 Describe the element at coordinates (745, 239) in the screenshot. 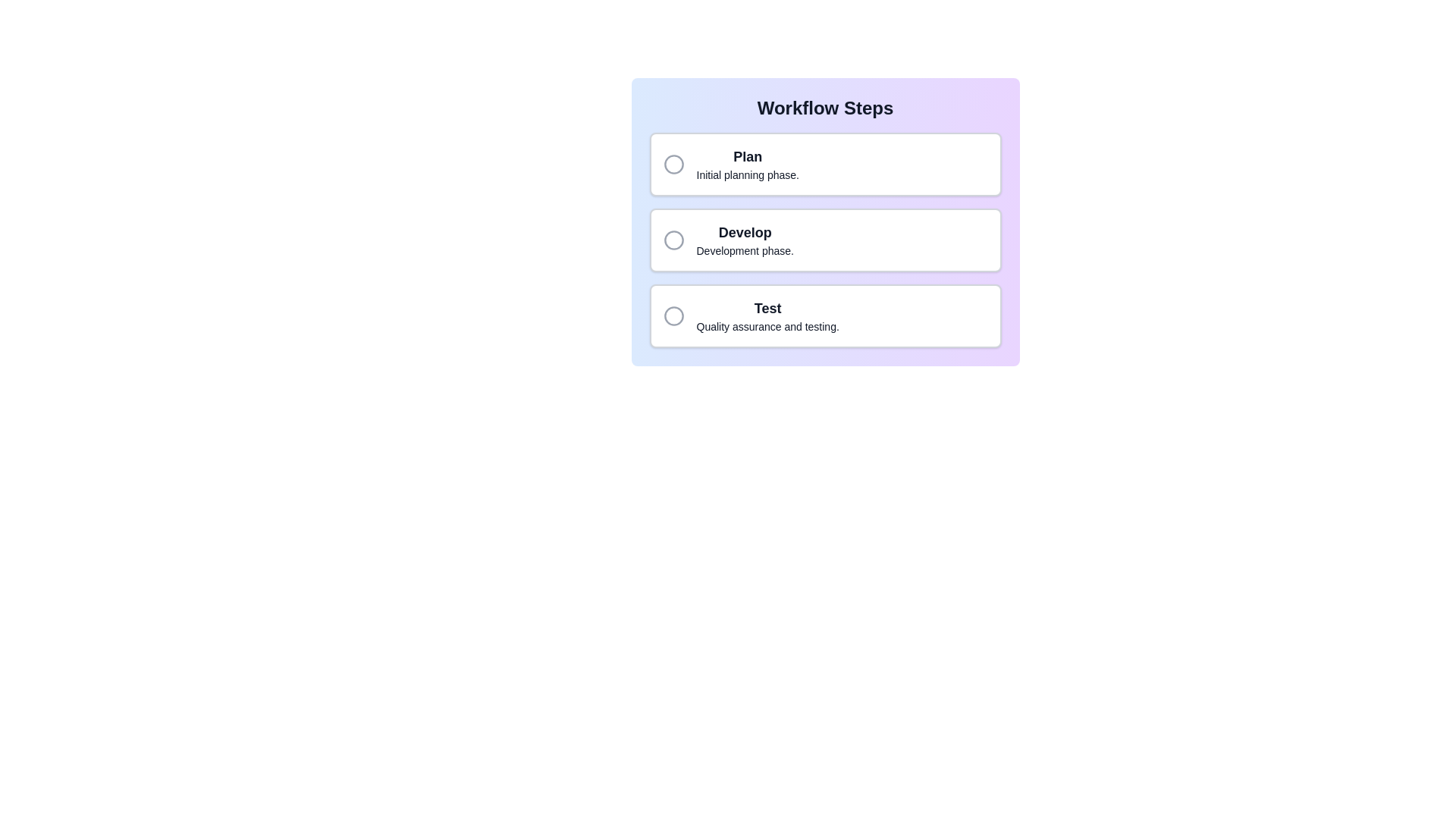

I see `the 'Develop' radio button text, which is centrally aligned within a light-colored rectangular box with rounded edges` at that location.